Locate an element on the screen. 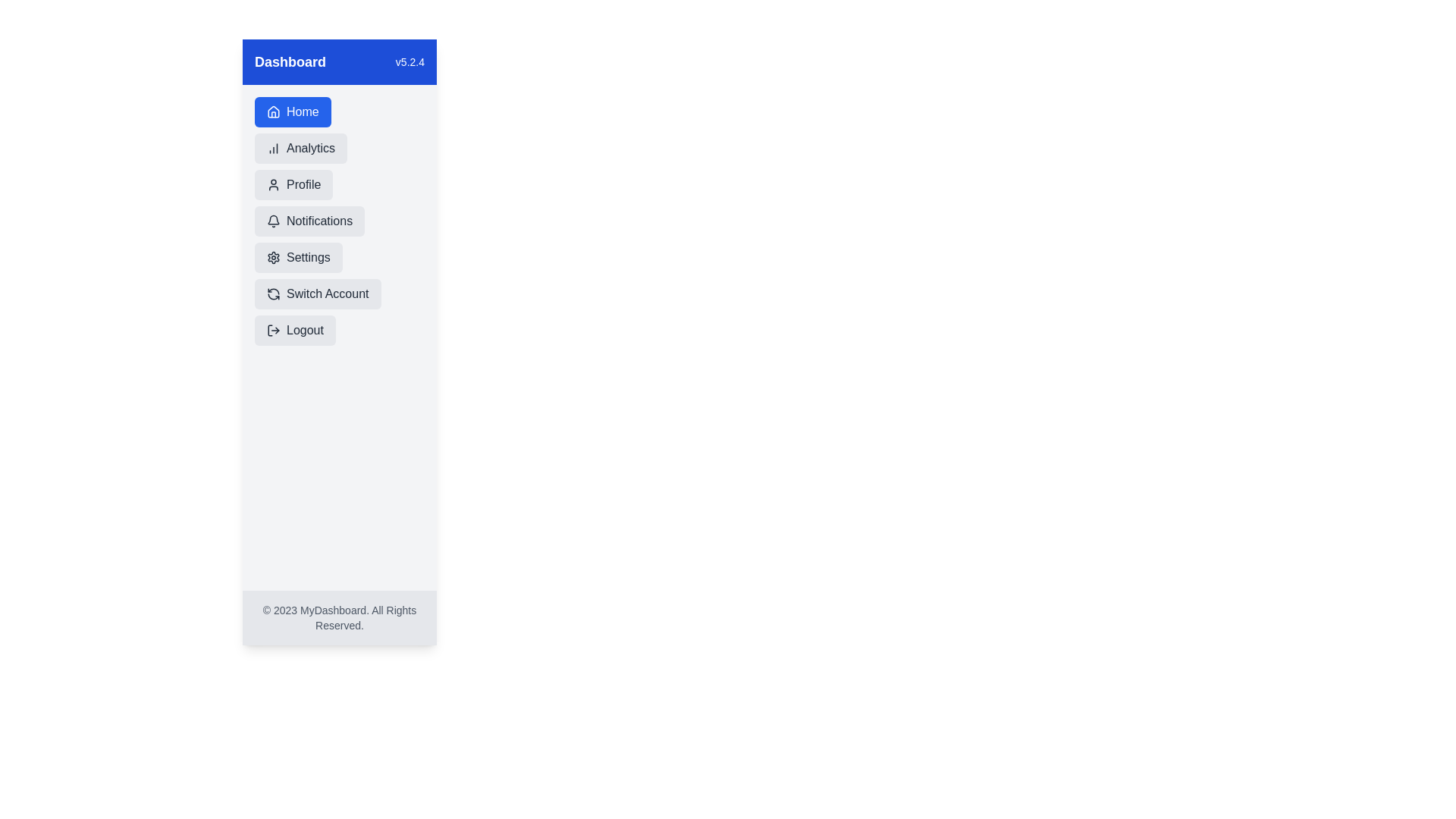 This screenshot has height=819, width=1456. the refresh icon located to the left of the 'Switch Account' text in the vertical menu on the left side of the interface is located at coordinates (273, 294).